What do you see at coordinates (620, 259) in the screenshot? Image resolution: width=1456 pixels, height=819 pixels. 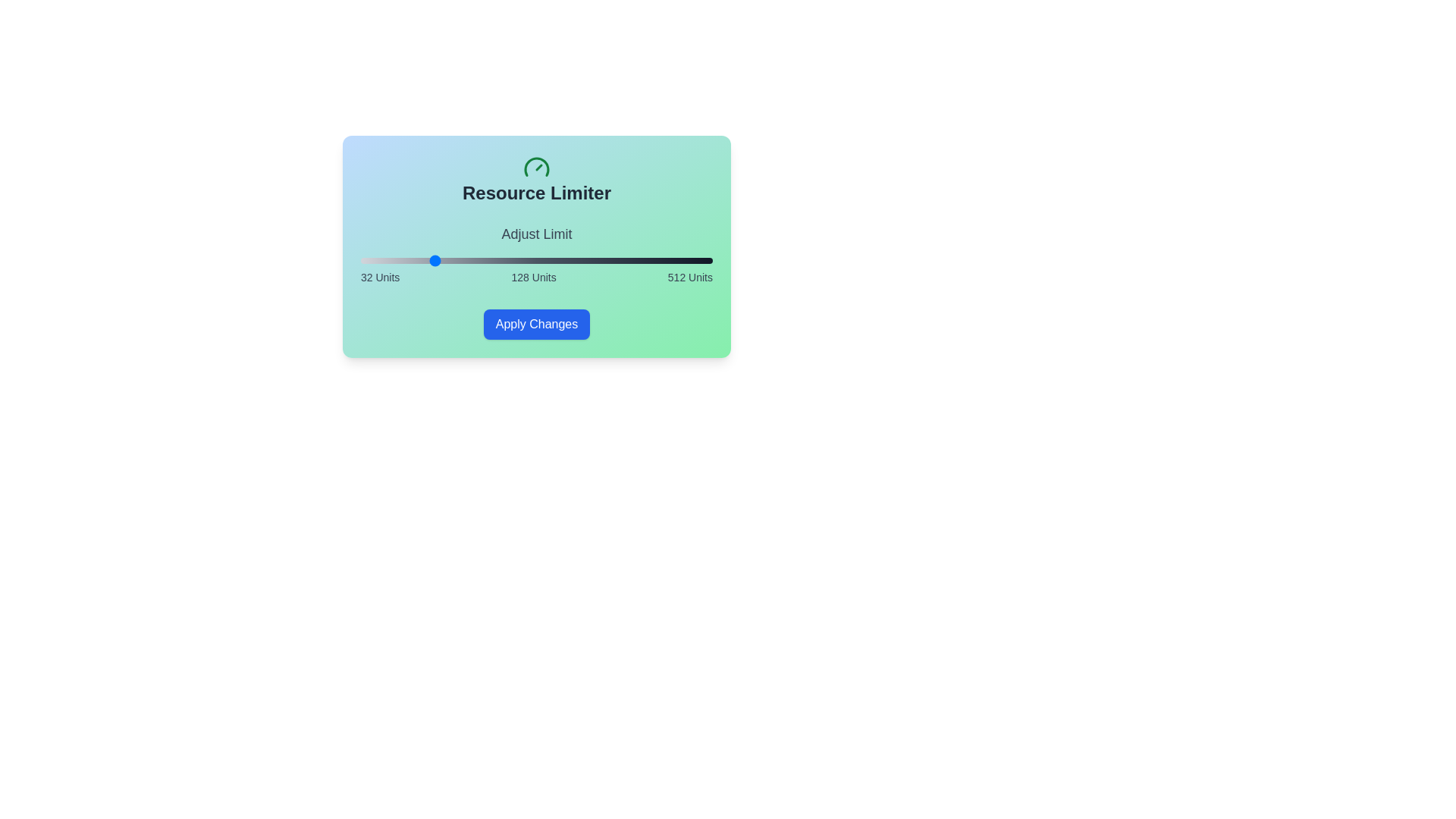 I see `the slider to set its value to 385` at bounding box center [620, 259].